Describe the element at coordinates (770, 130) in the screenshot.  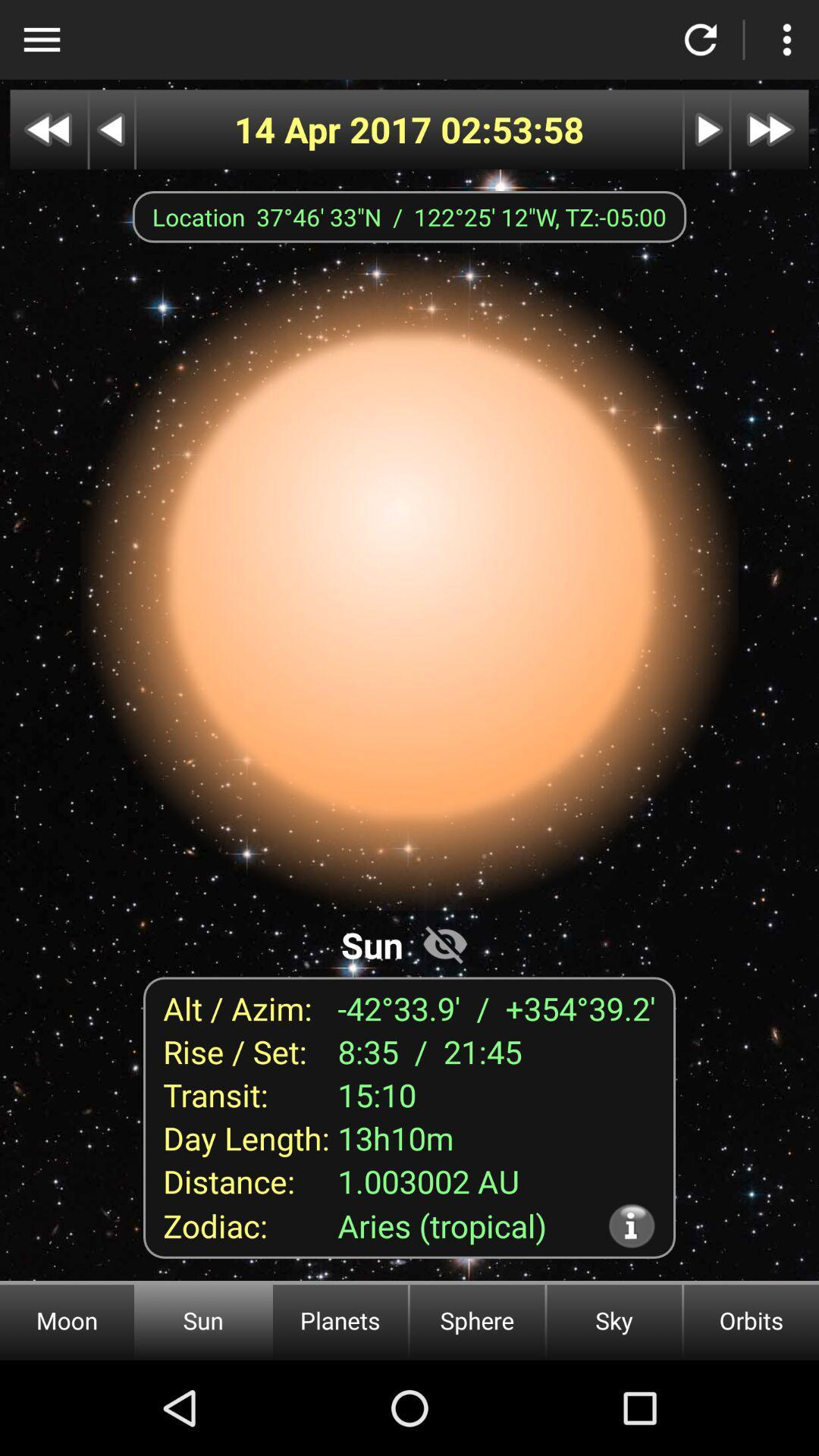
I see `next date` at that location.